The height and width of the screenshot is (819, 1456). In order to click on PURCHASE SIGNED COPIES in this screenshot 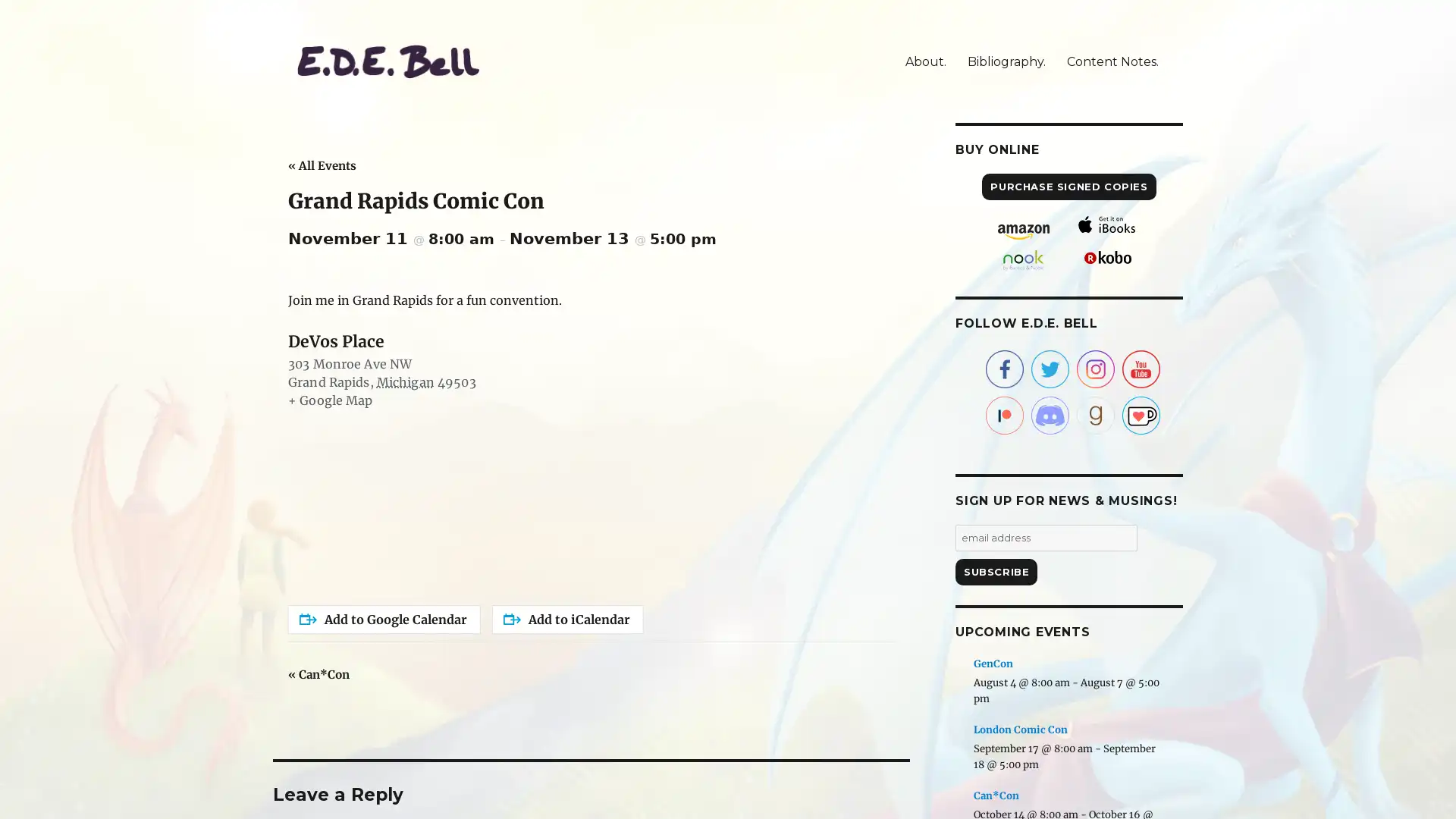, I will do `click(1068, 186)`.